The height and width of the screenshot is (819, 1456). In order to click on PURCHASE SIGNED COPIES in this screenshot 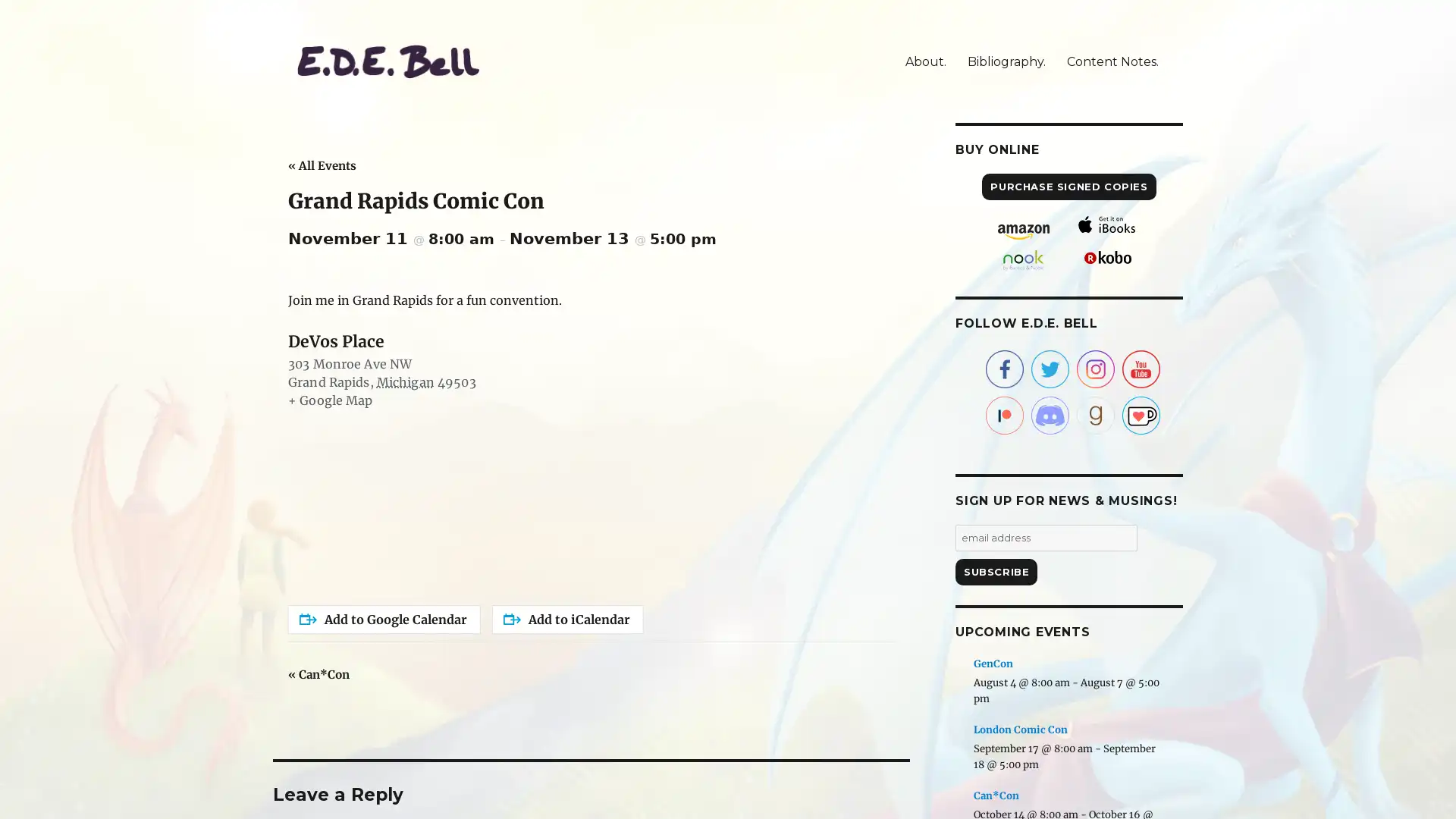, I will do `click(1068, 186)`.